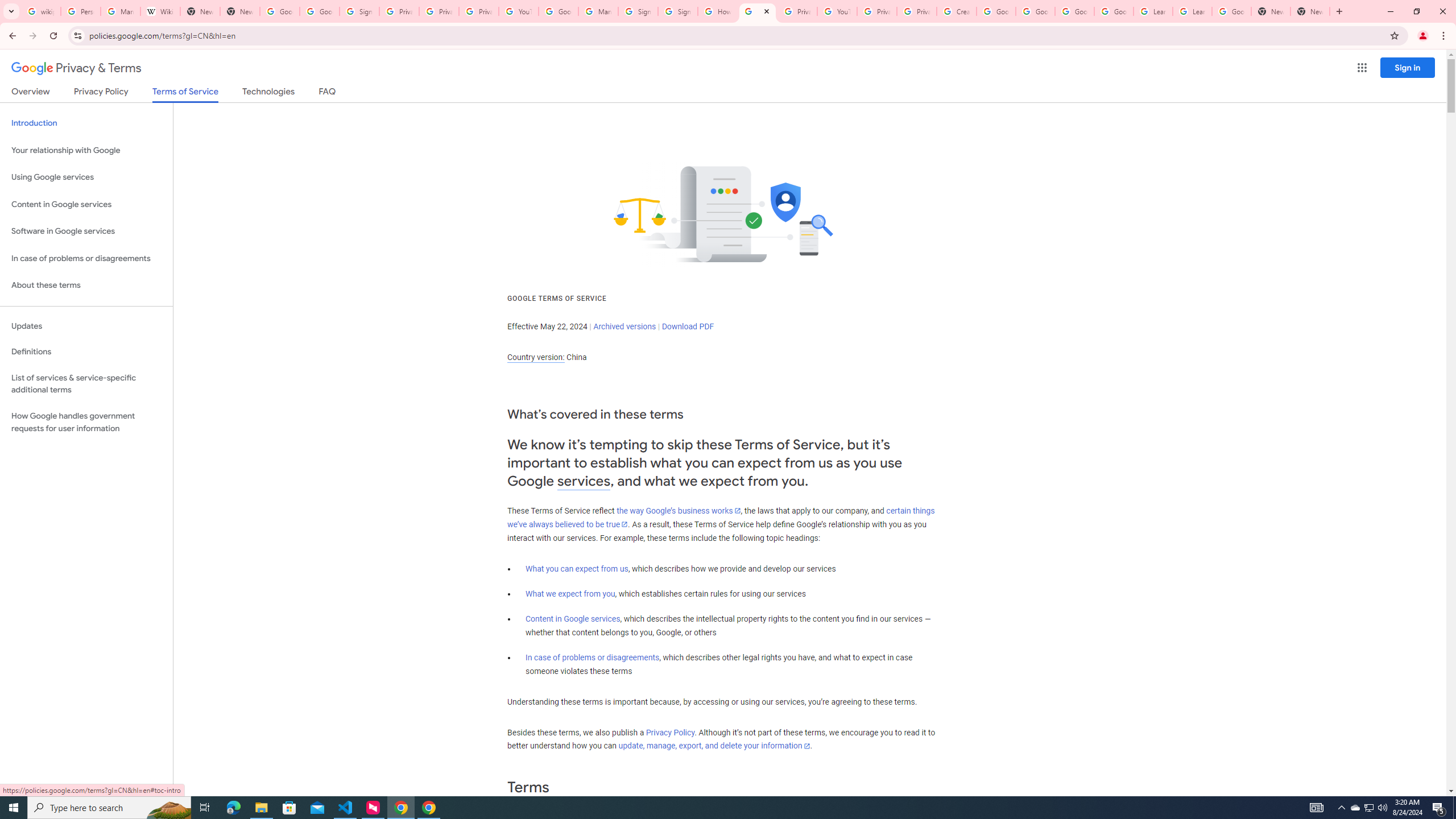 The width and height of the screenshot is (1456, 819). I want to click on 'New Tab', so click(1310, 11).